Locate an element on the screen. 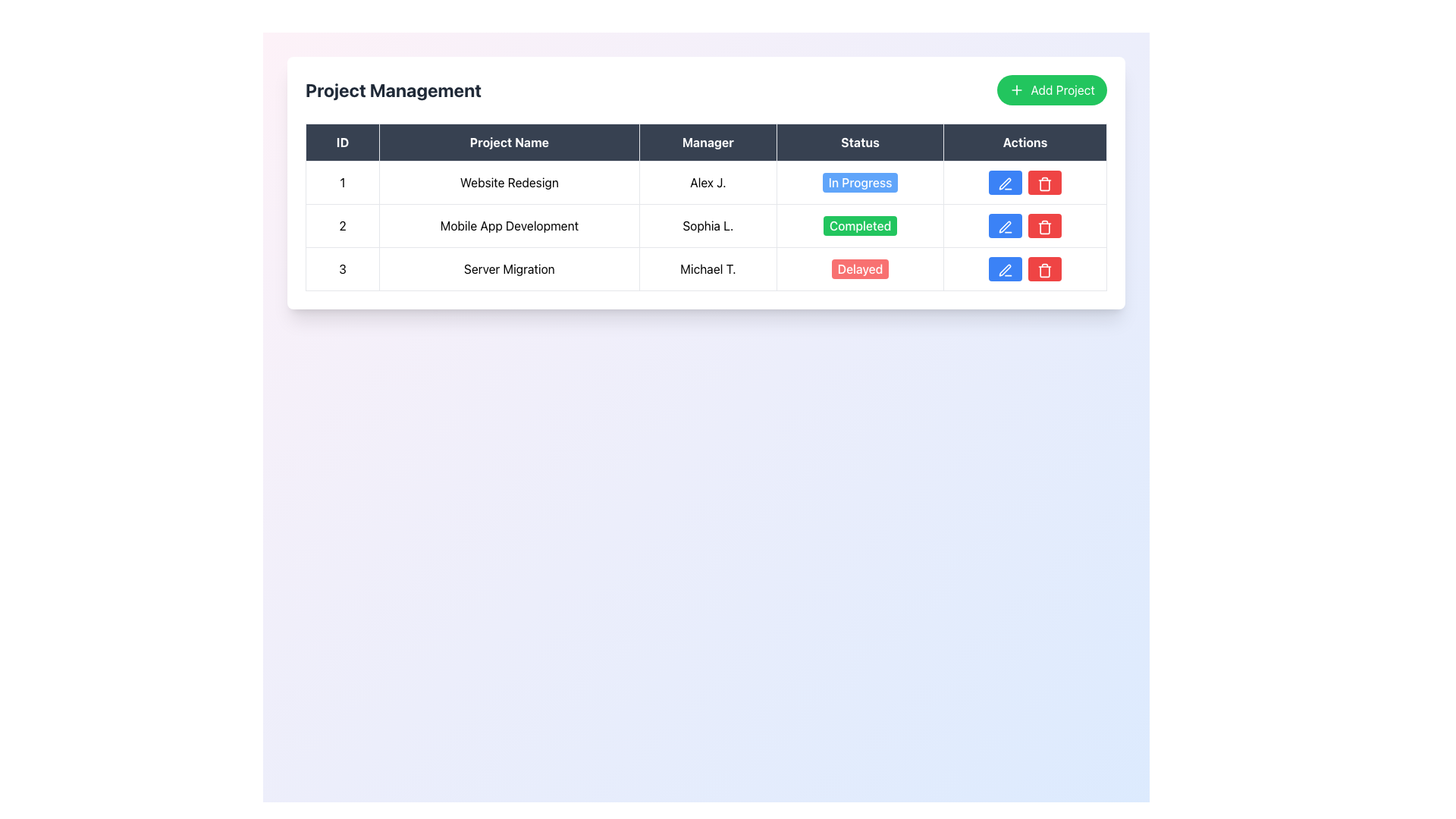  the static text element displaying 'Server Migration' in the Project Management table, located in the second column of the third row is located at coordinates (509, 268).